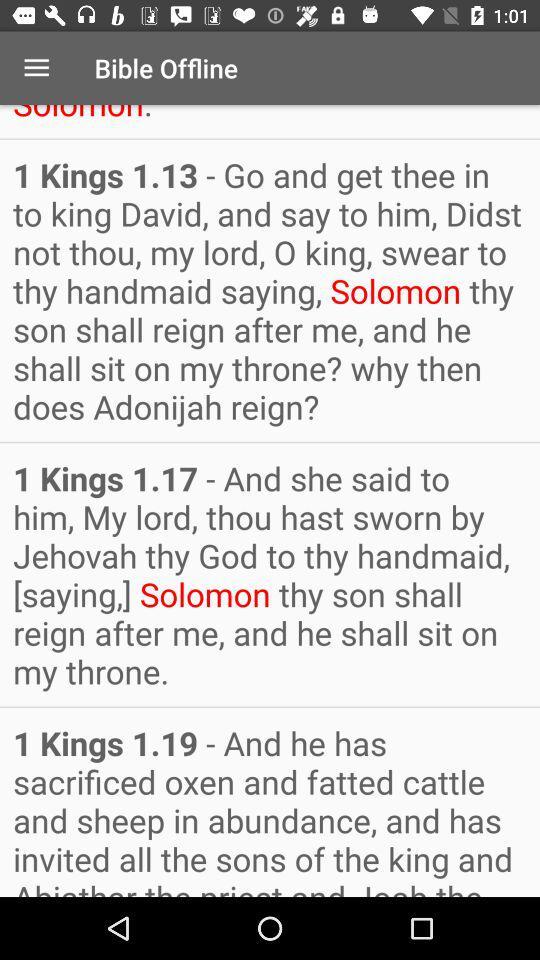 This screenshot has width=540, height=960. What do you see at coordinates (36, 68) in the screenshot?
I see `item next to the bible offline` at bounding box center [36, 68].